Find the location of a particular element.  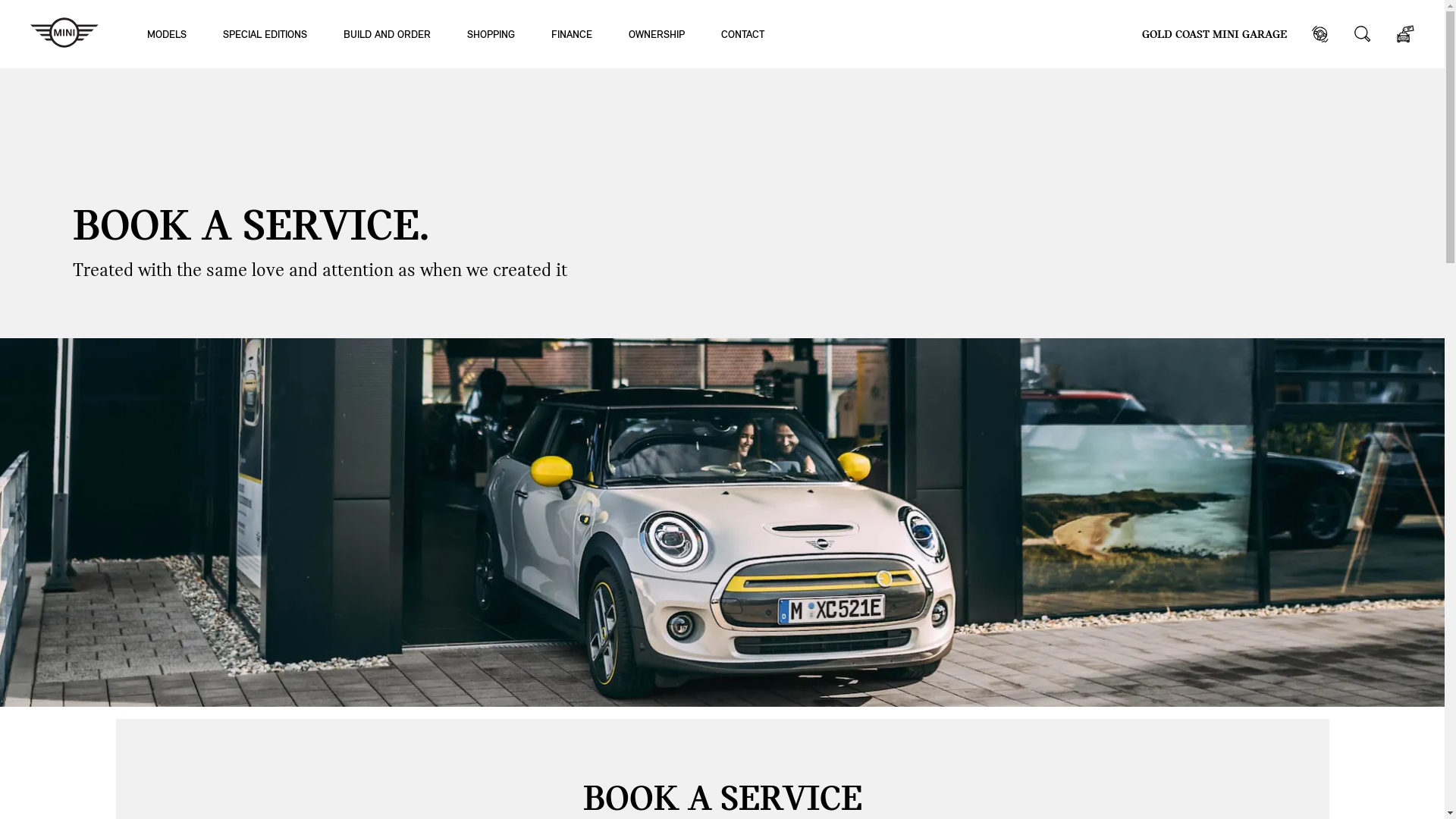

'BUILD AND ORDER' is located at coordinates (387, 33).